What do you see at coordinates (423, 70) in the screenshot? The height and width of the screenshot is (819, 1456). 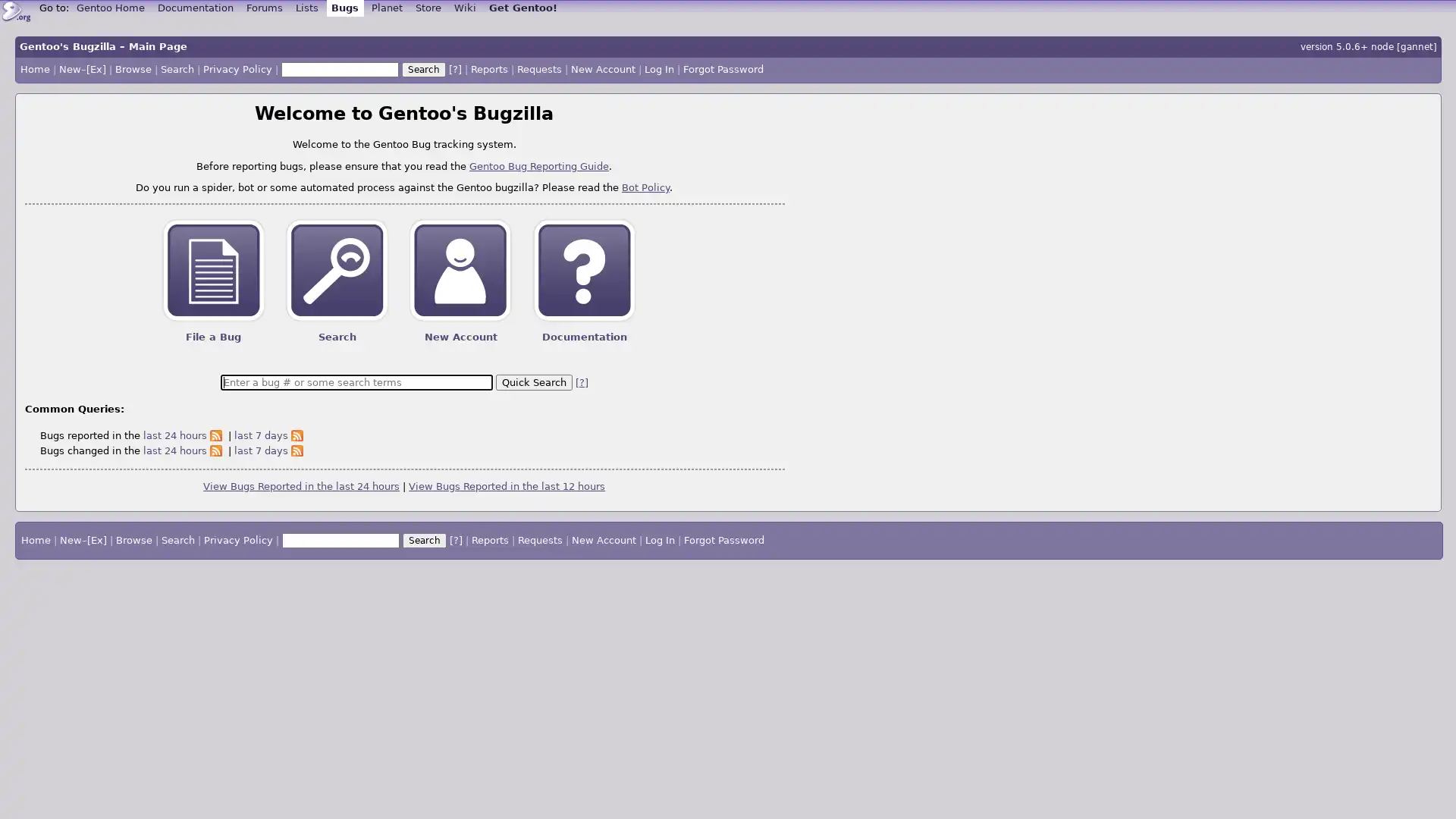 I see `Search` at bounding box center [423, 70].